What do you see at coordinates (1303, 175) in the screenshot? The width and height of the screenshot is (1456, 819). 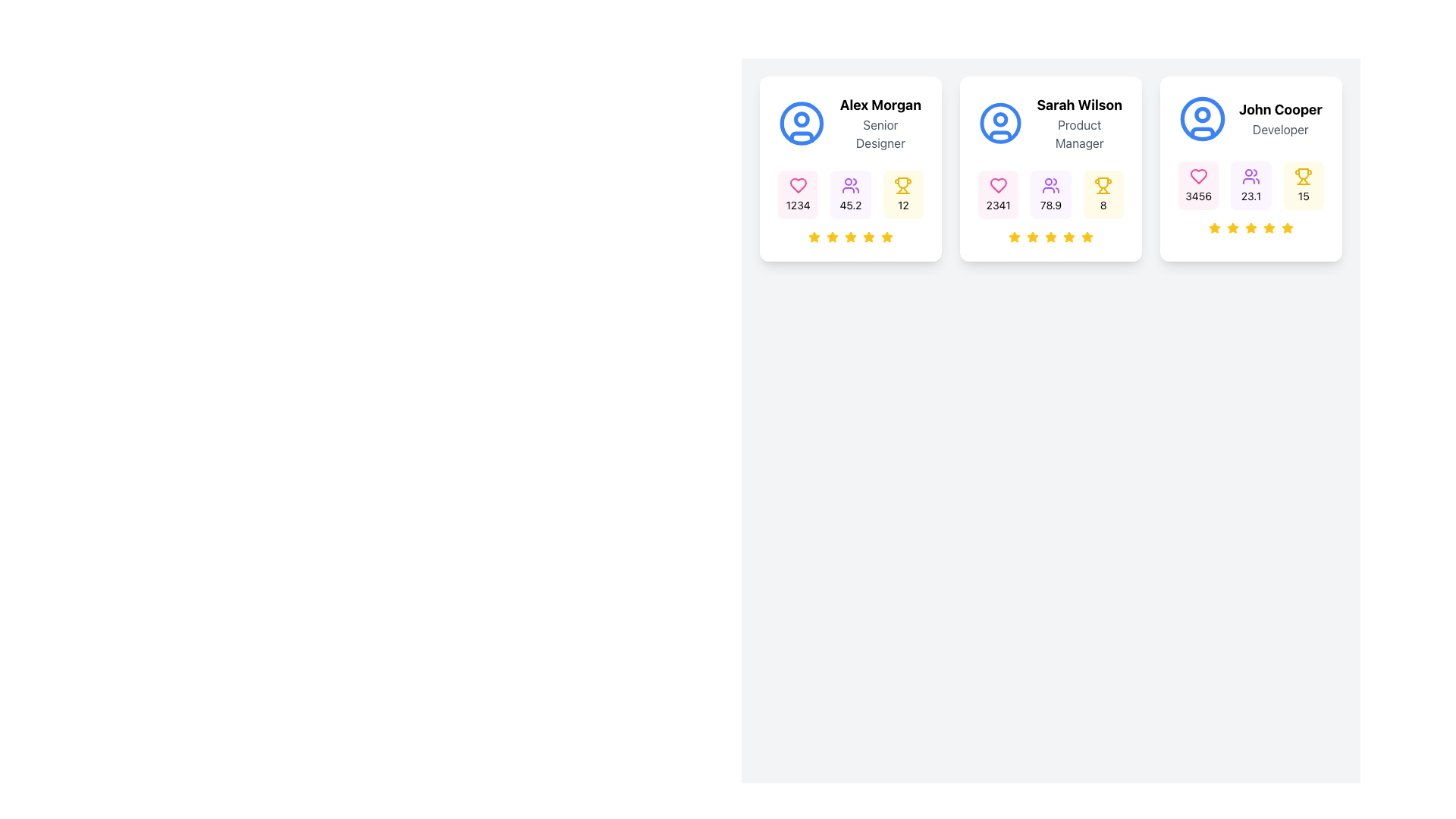 I see `the trophy icon, which is yellow and indicates an award or achievement, located above the number '15' in John Cooper's profile card` at bounding box center [1303, 175].